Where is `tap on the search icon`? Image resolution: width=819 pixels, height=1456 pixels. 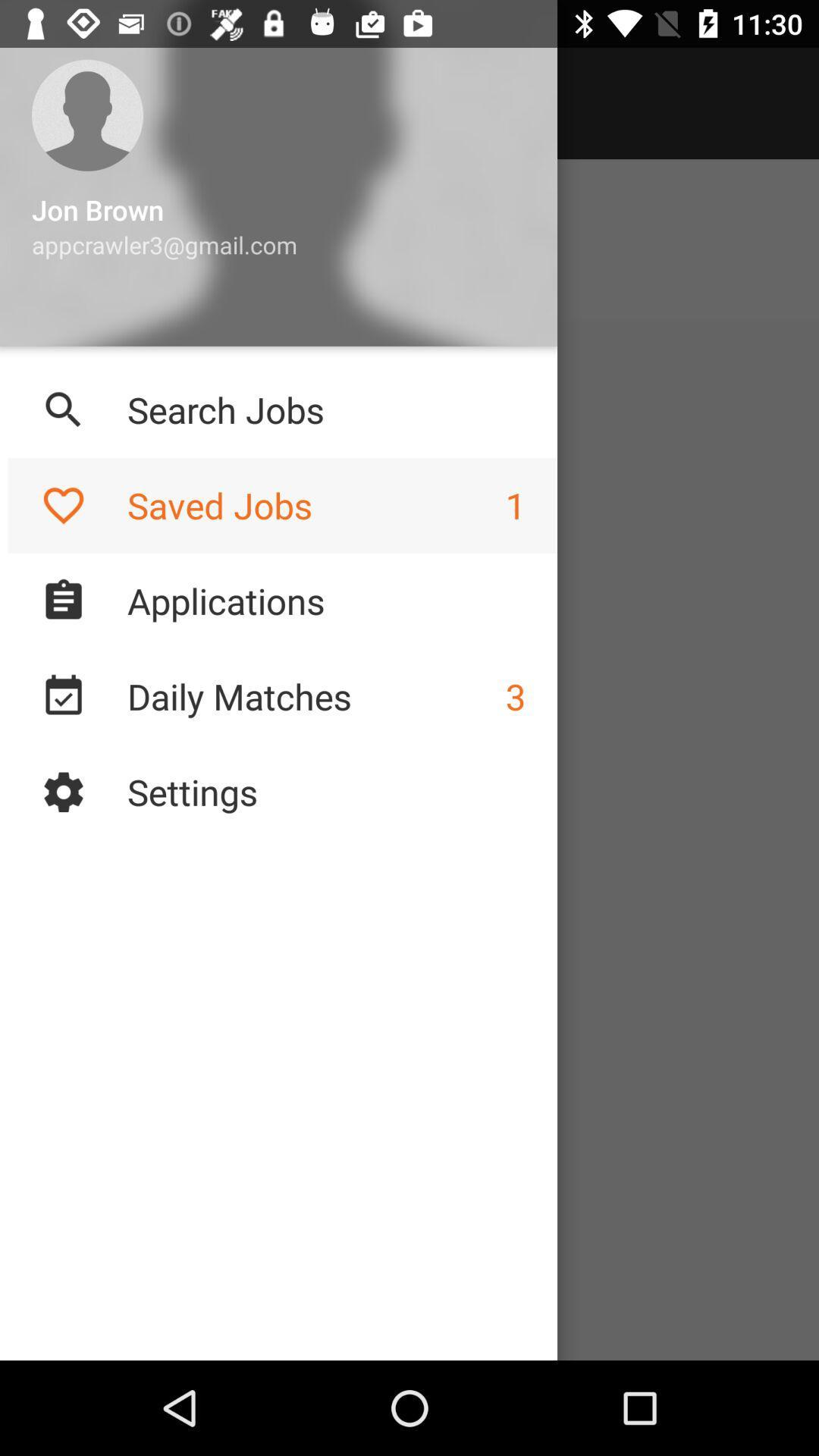
tap on the search icon is located at coordinates (63, 409).